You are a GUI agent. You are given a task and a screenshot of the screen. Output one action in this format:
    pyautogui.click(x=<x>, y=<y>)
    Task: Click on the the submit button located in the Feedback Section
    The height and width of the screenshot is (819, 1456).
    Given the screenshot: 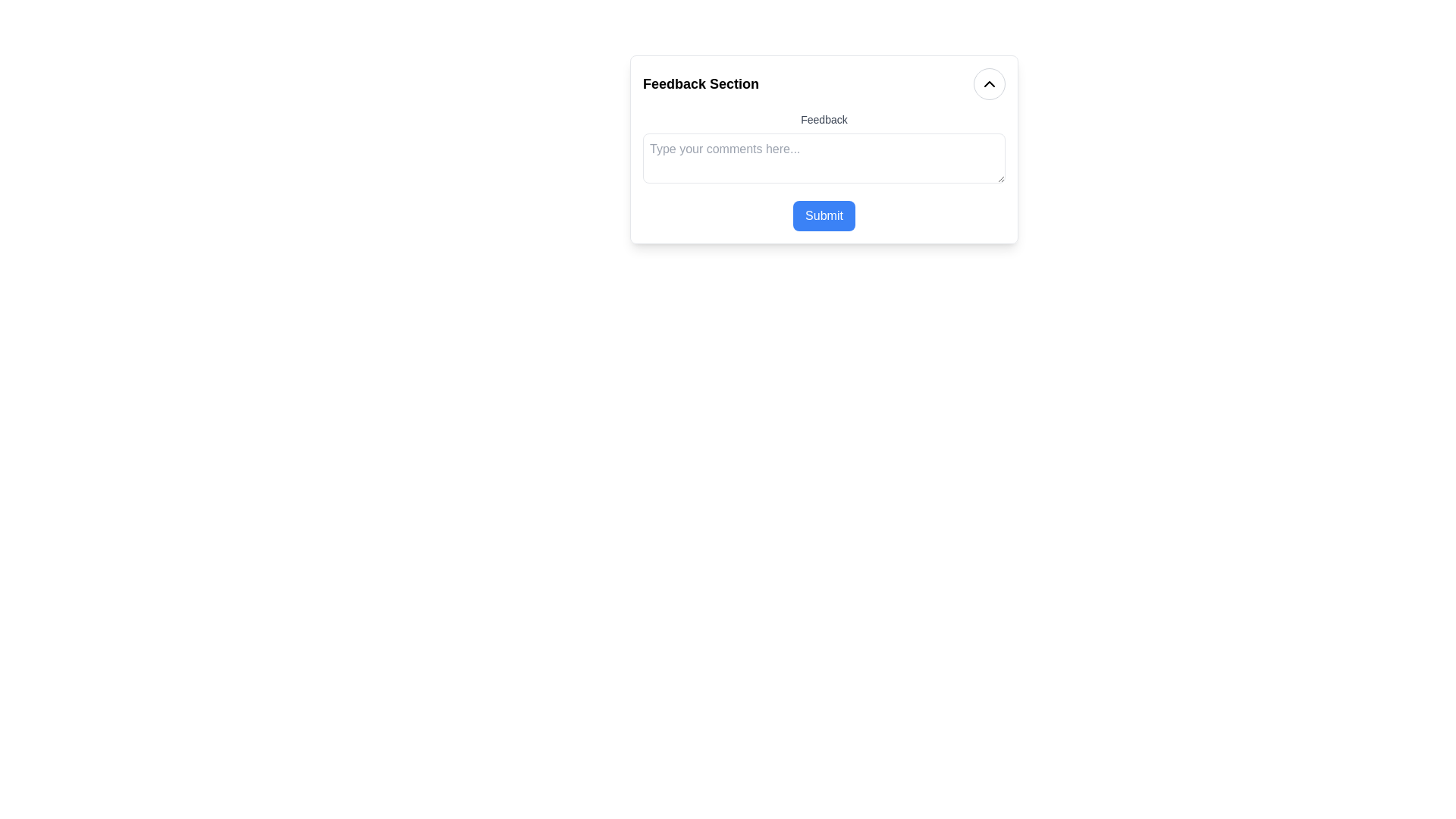 What is the action you would take?
    pyautogui.click(x=823, y=216)
    